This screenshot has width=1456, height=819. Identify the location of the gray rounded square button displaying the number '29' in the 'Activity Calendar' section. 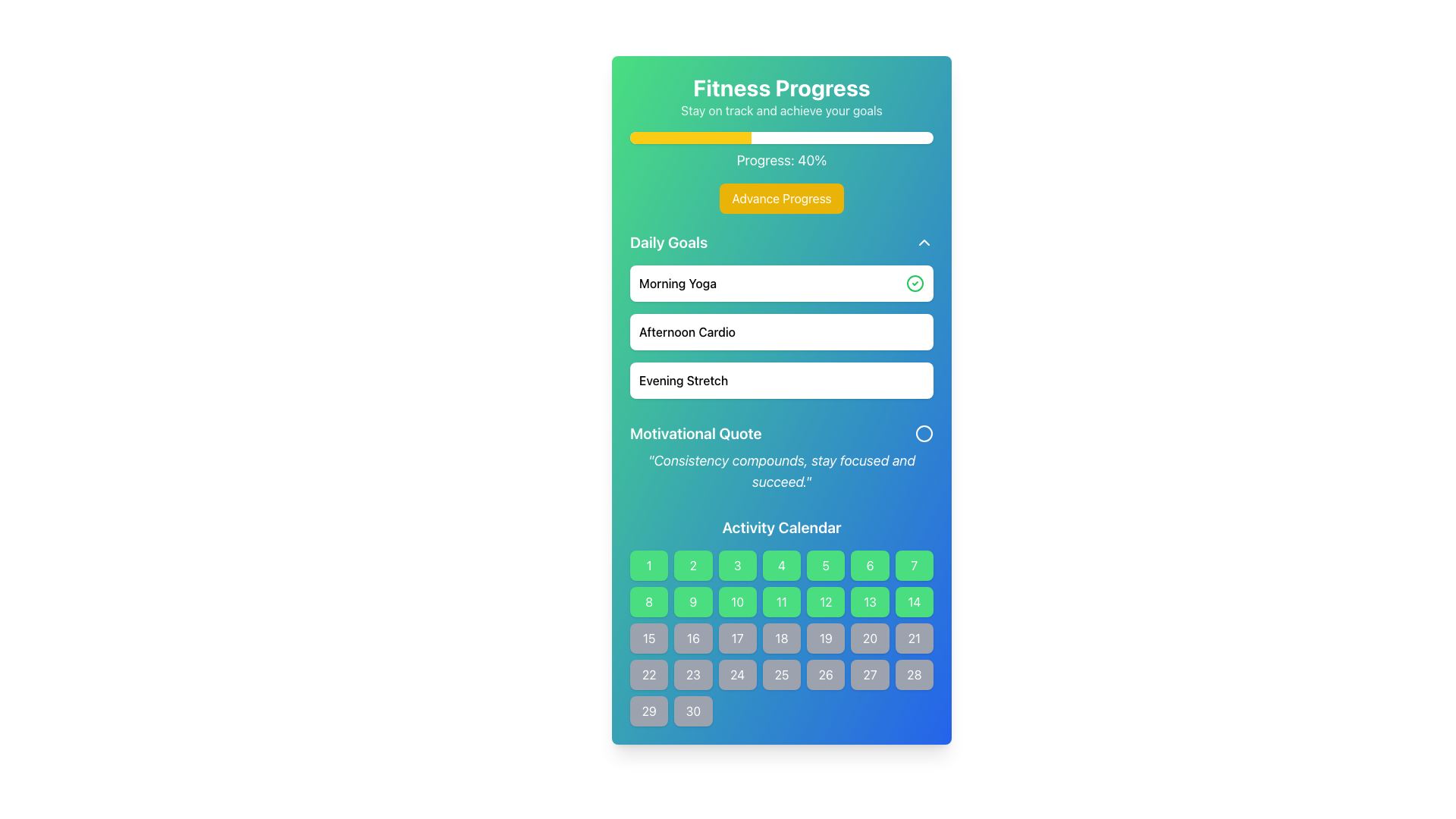
(649, 711).